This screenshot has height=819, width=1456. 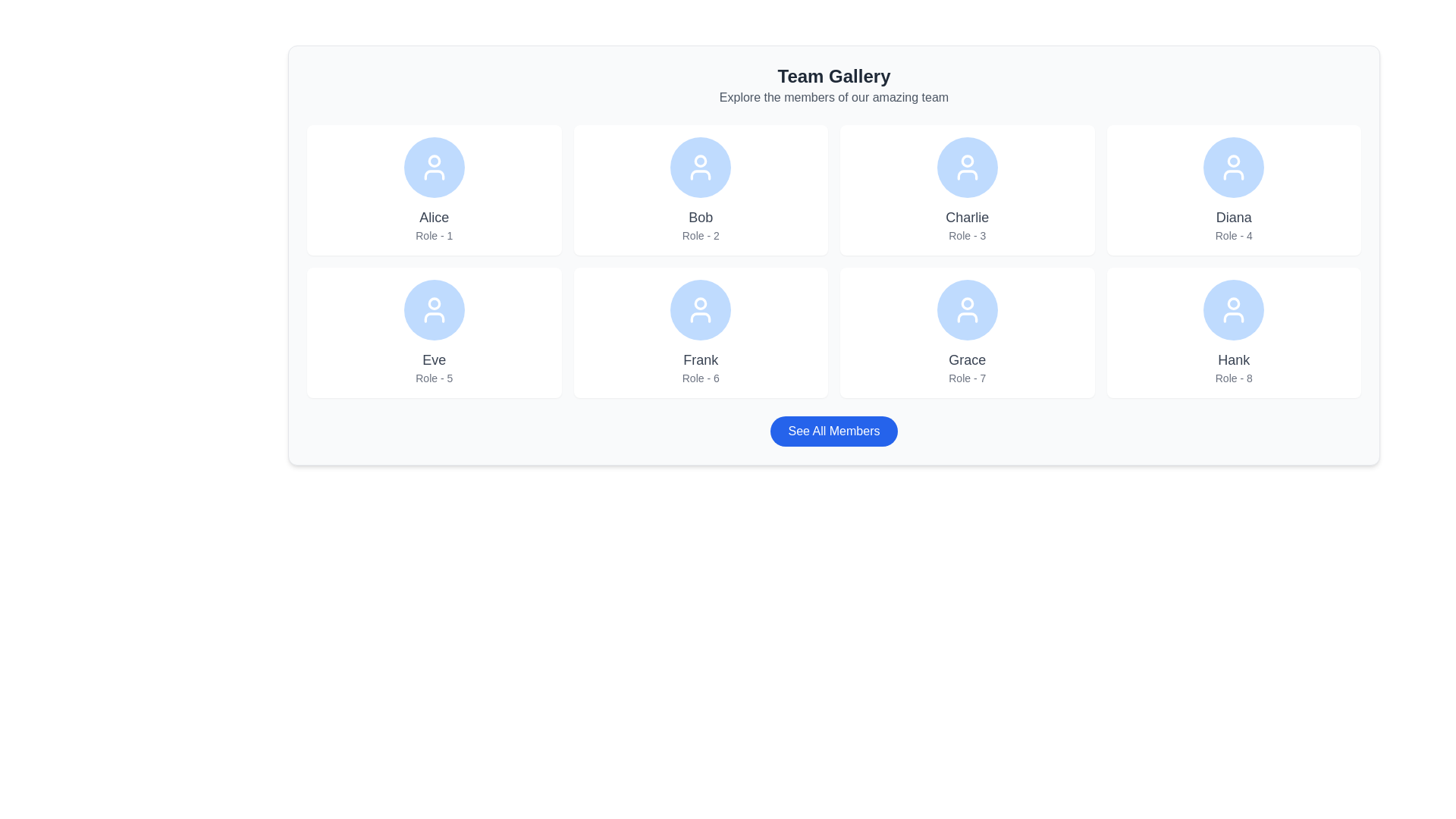 I want to click on styling of the text label displaying 'Grace', which is centered within the lower portion of a card structure, so click(x=966, y=359).